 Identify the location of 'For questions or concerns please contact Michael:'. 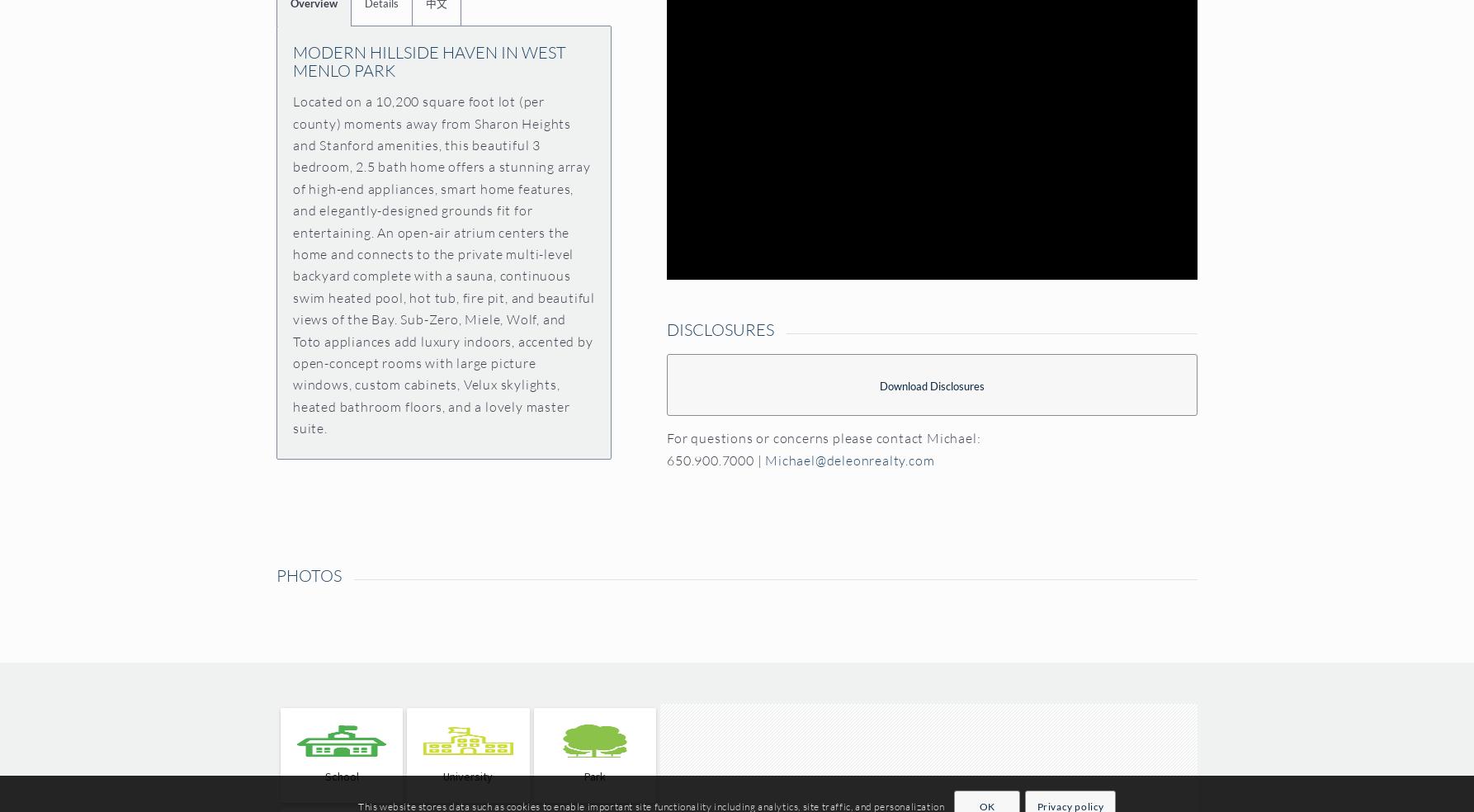
(665, 436).